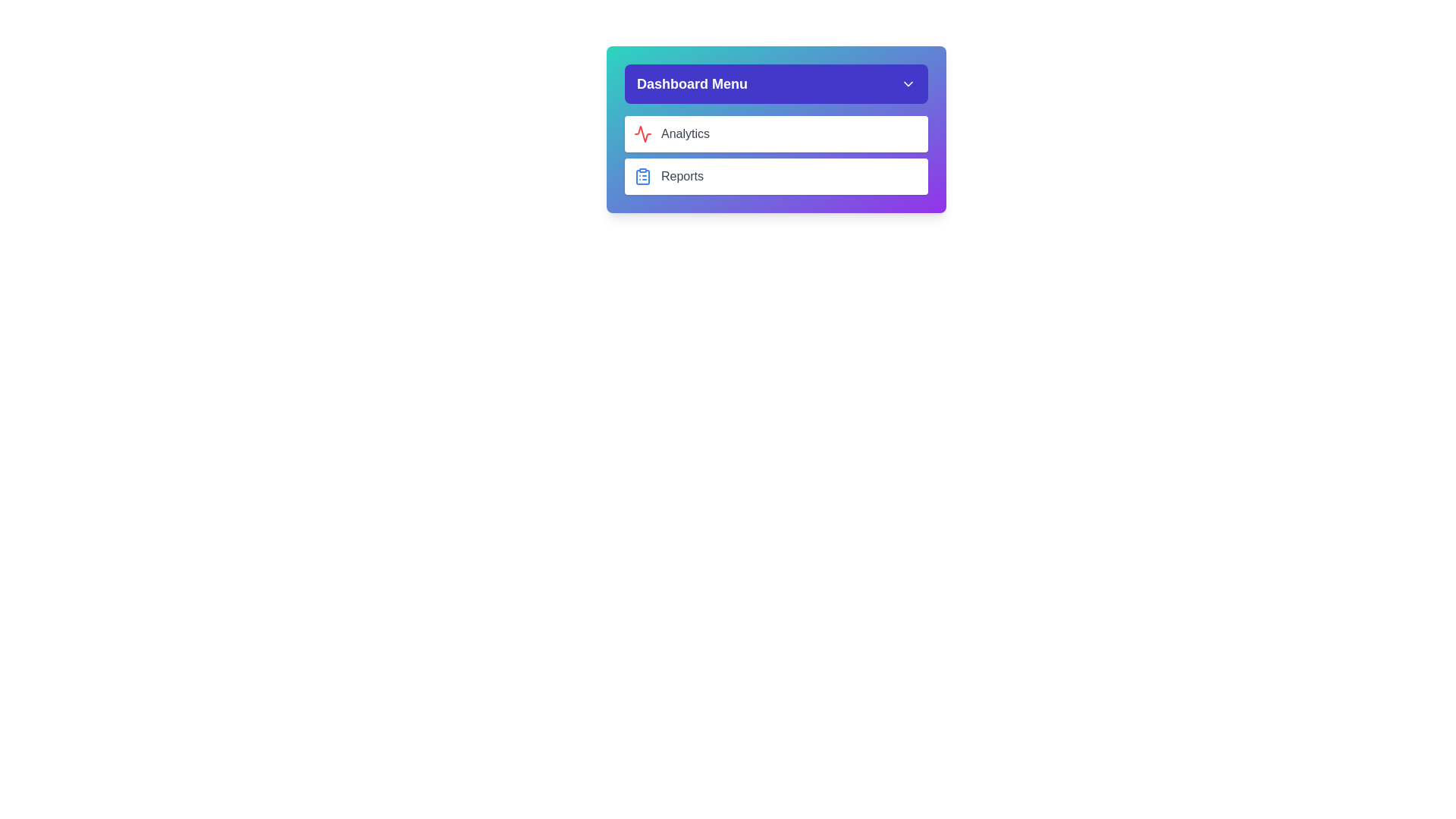 The image size is (1456, 819). I want to click on the 'Analytics' menu item, which is the first option in the 'Dashboard Menu', so click(776, 128).